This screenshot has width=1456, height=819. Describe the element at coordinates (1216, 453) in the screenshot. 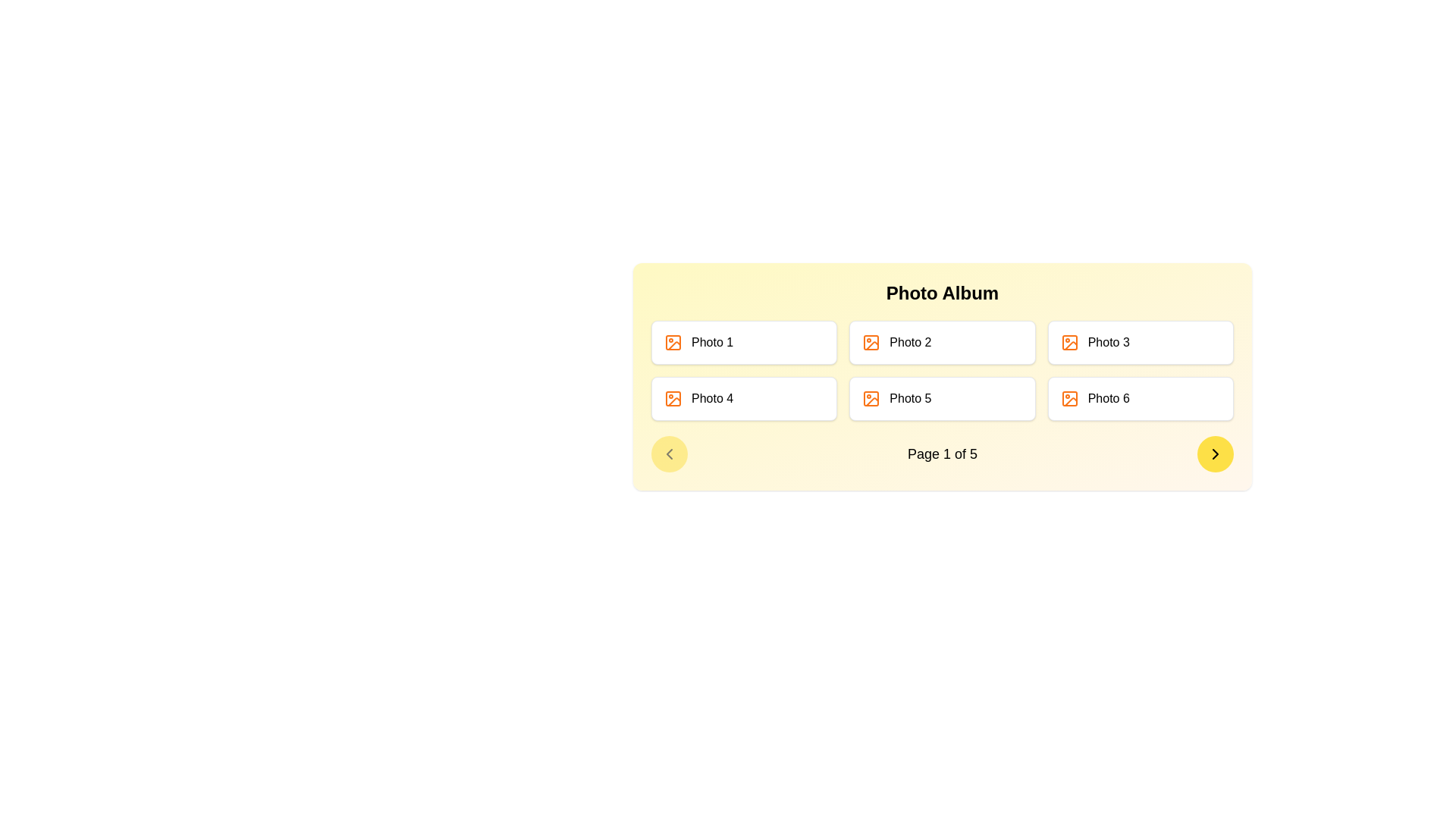

I see `the right-facing chevron icon located inside the circular button with a yellow background in the bottom-right corner of the interface` at that location.